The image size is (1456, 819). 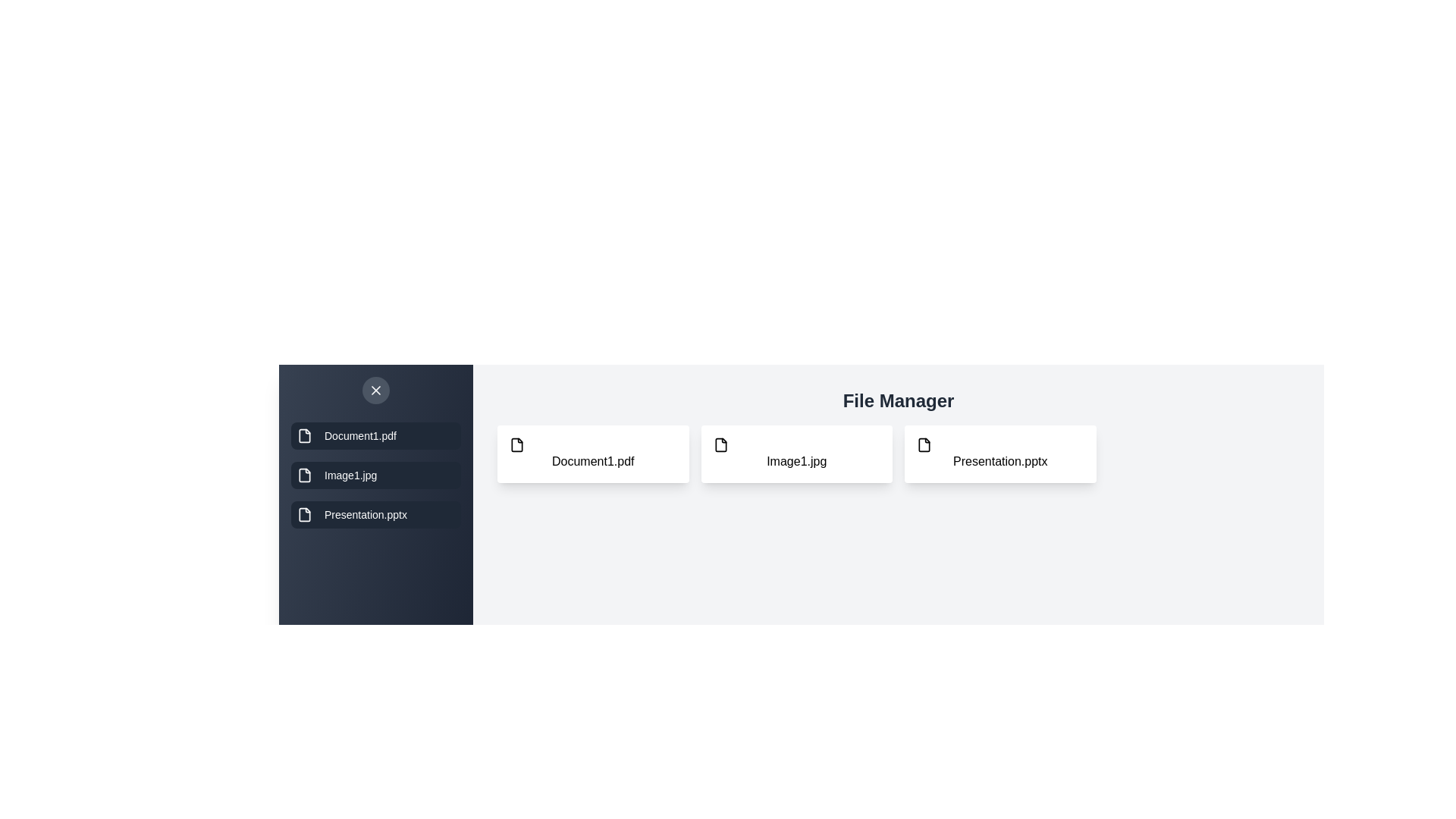 I want to click on button with the close icon to toggle the drawer's visibility, so click(x=375, y=390).